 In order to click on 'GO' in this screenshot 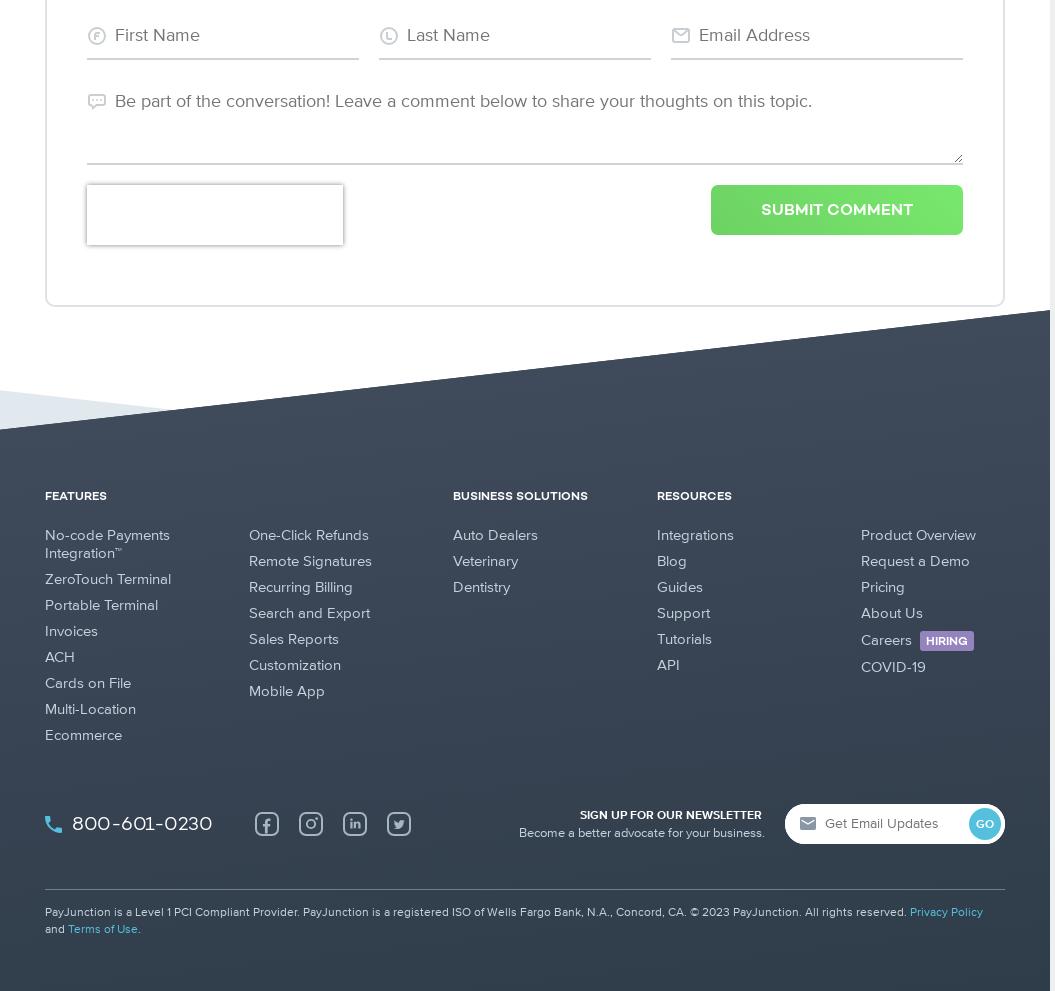, I will do `click(984, 824)`.